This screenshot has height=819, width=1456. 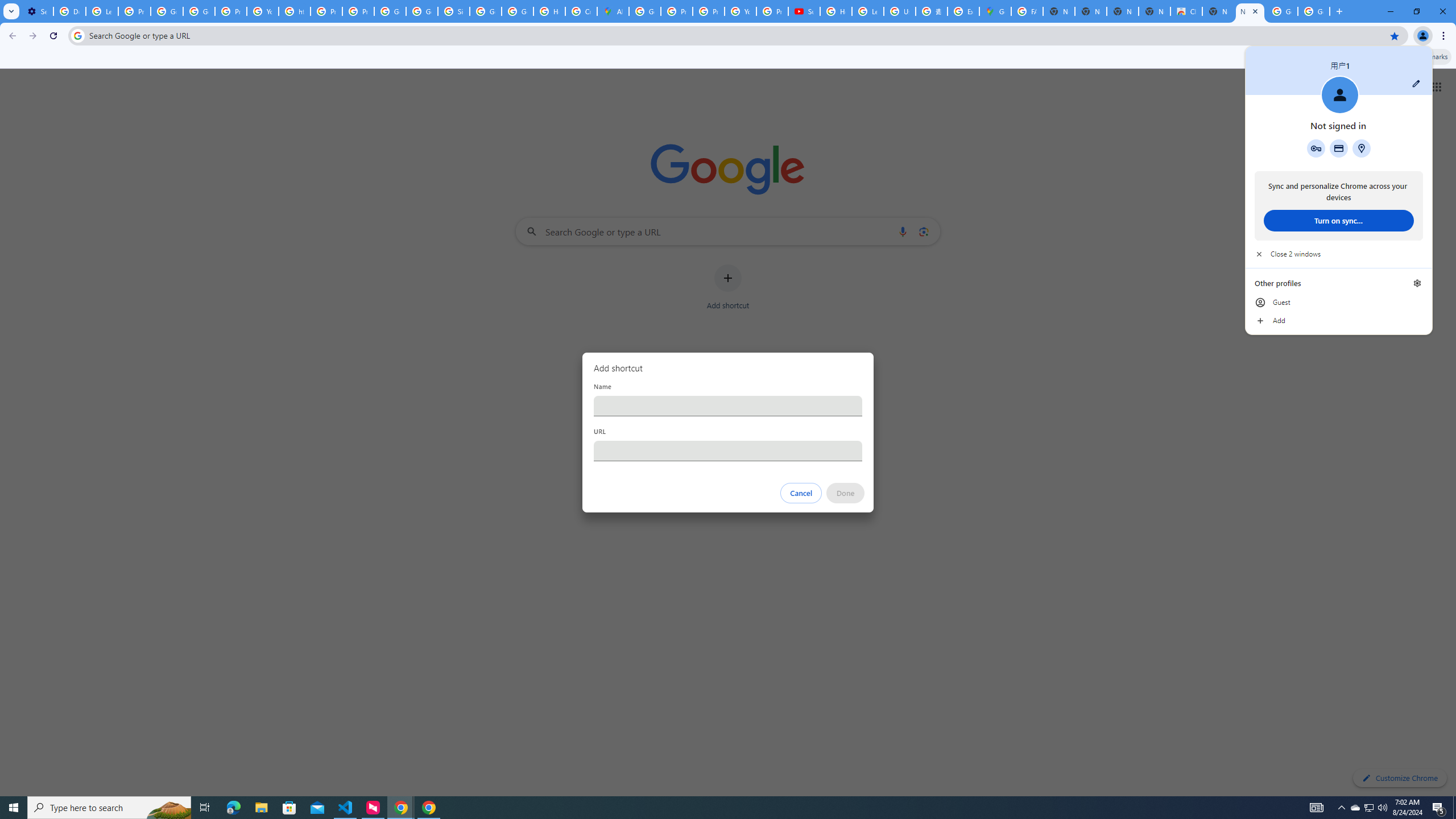 What do you see at coordinates (1316, 148) in the screenshot?
I see `'Google Password Manager'` at bounding box center [1316, 148].